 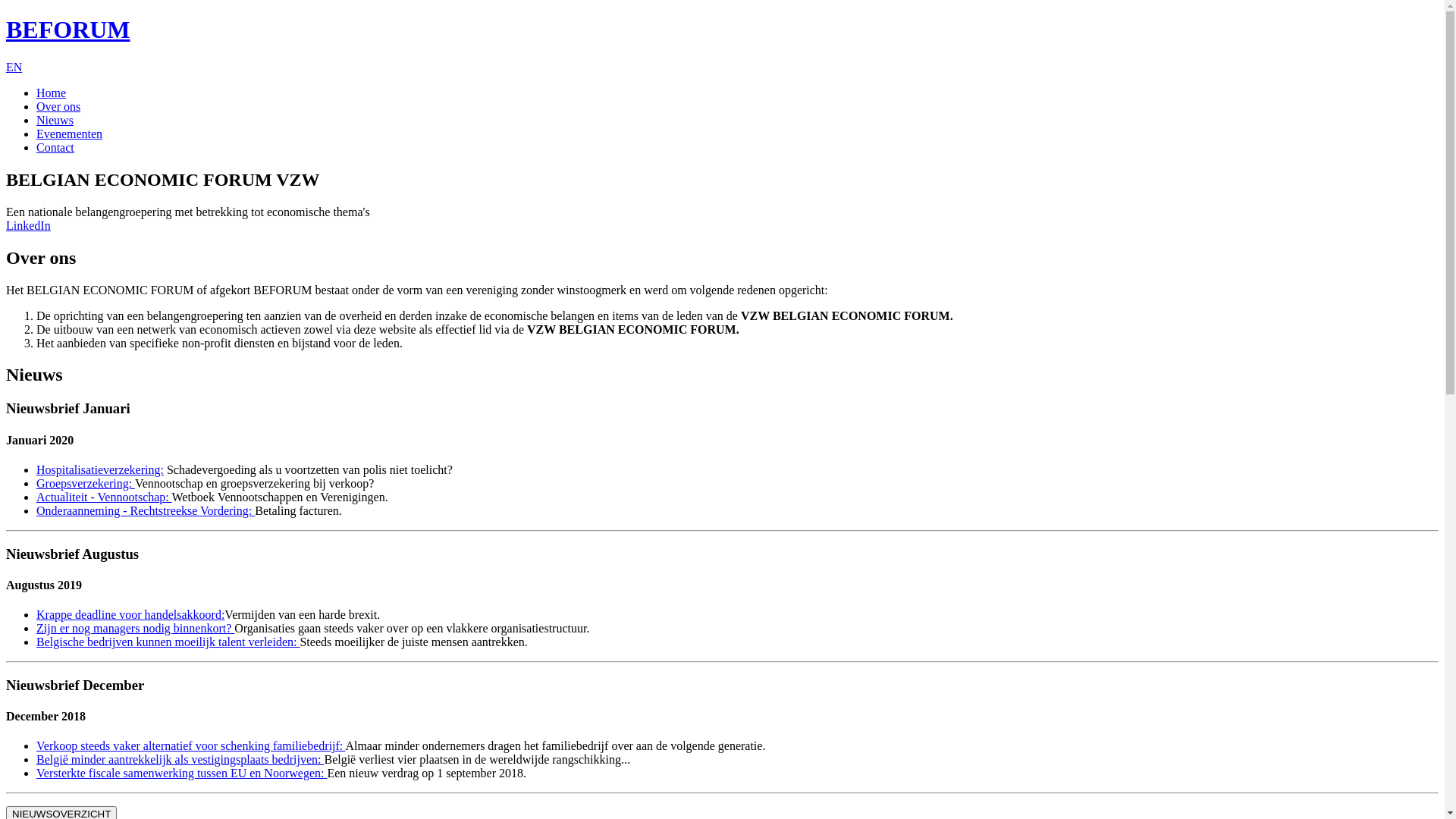 I want to click on 'Hospitalisatieverzekering:', so click(x=99, y=469).